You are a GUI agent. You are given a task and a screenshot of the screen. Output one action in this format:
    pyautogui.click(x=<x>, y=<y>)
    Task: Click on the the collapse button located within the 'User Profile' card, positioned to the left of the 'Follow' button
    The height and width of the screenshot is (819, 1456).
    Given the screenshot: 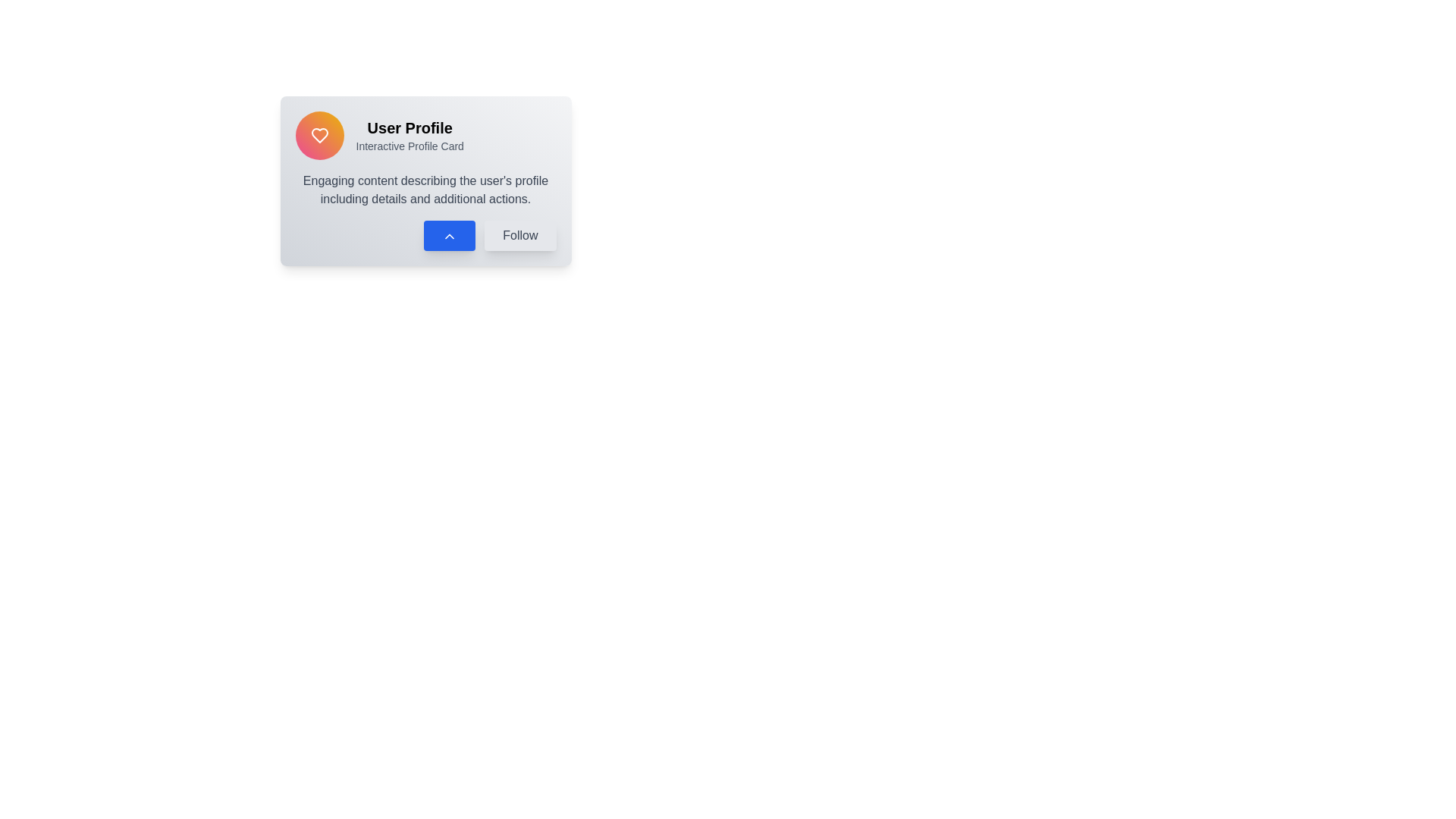 What is the action you would take?
    pyautogui.click(x=449, y=236)
    